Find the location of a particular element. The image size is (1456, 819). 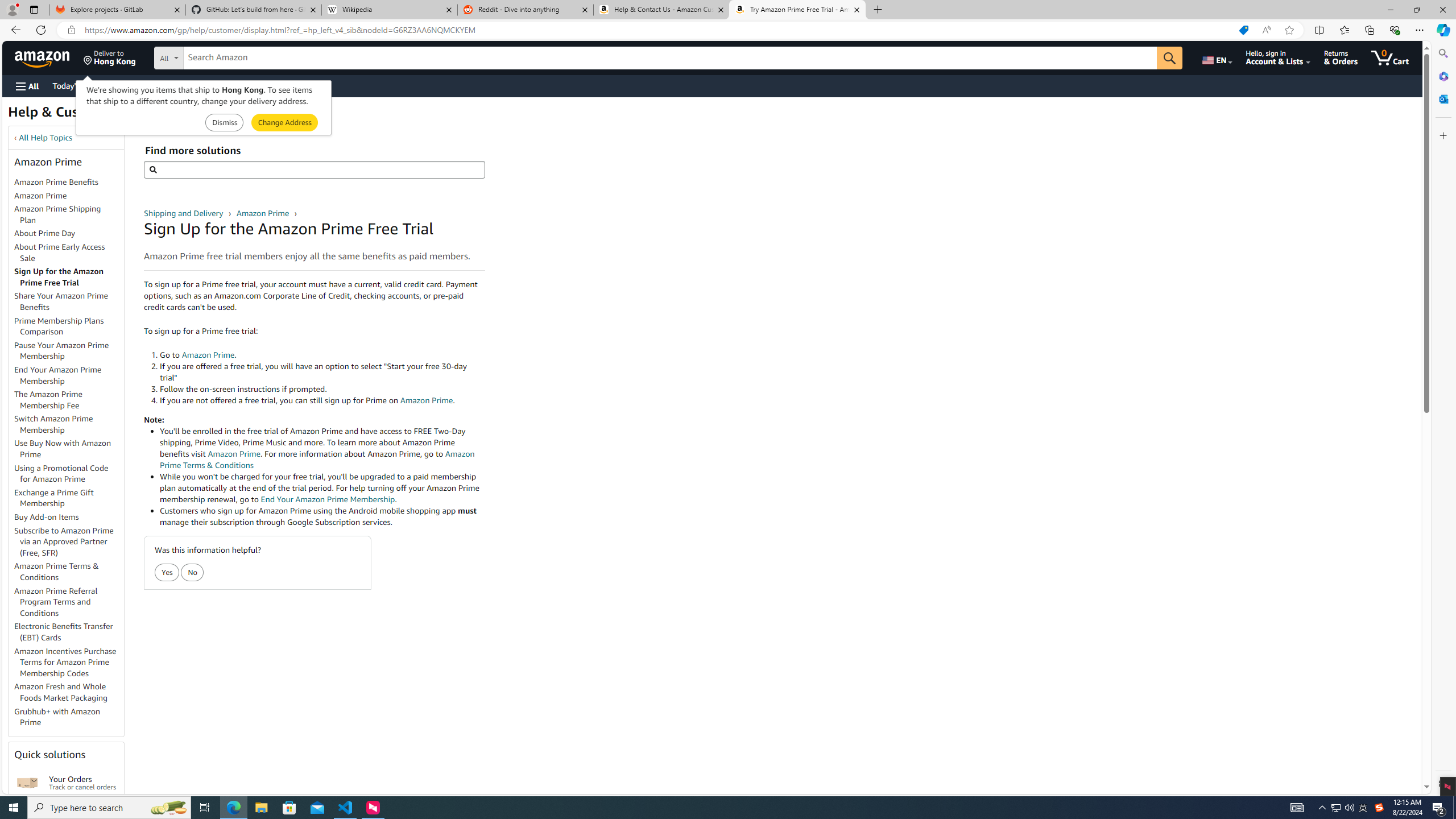

'Share Your Amazon Prime Benefits' is located at coordinates (61, 300).